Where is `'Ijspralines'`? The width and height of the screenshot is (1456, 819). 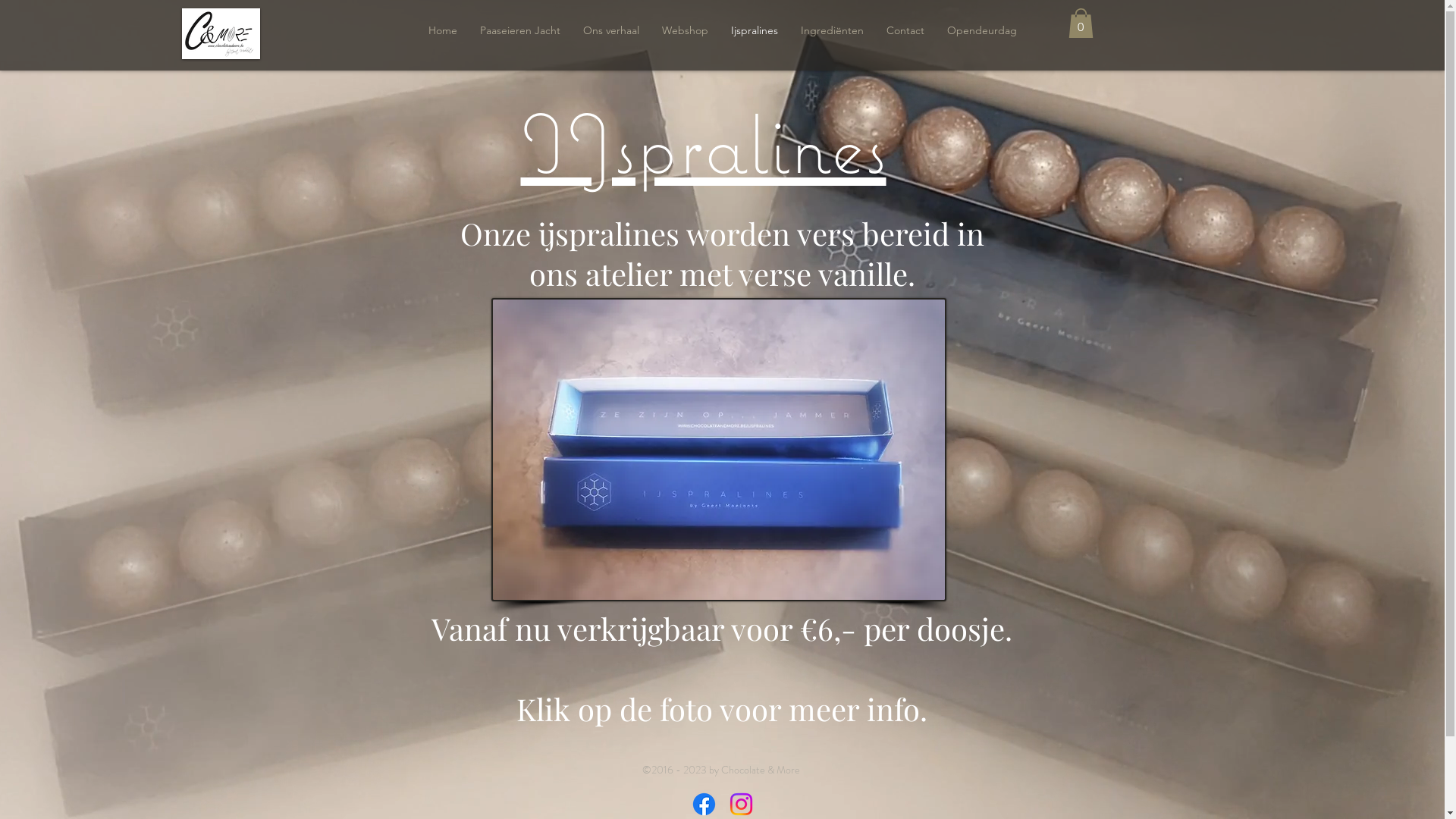
'Ijspralines' is located at coordinates (753, 30).